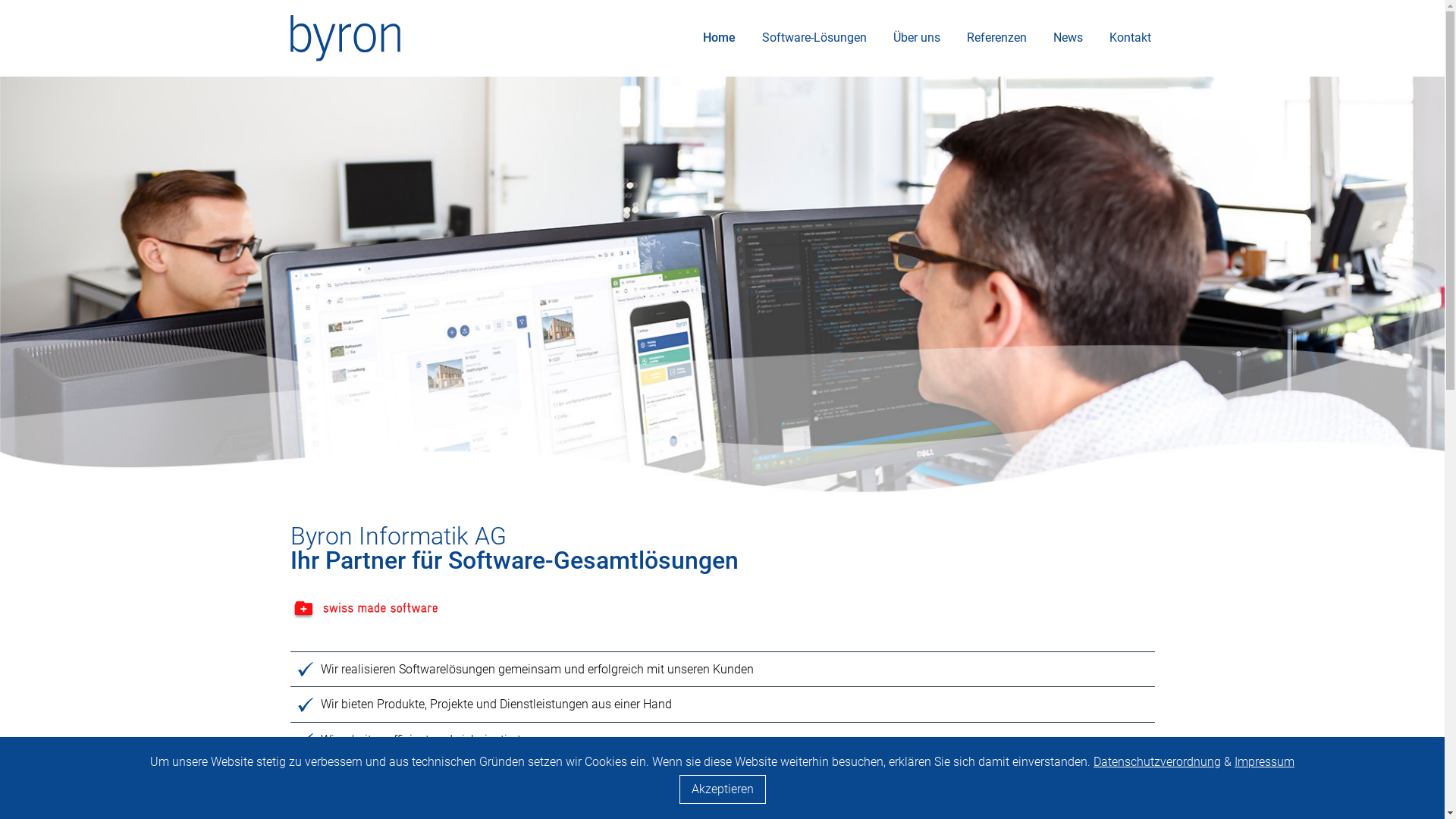 This screenshot has height=819, width=1456. What do you see at coordinates (344, 36) in the screenshot?
I see `'Home'` at bounding box center [344, 36].